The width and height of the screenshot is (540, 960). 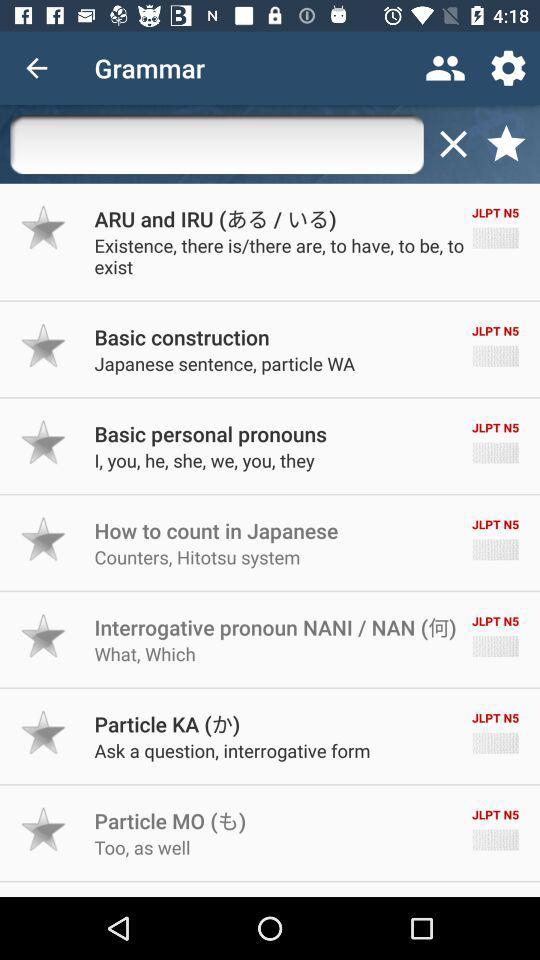 What do you see at coordinates (505, 143) in the screenshot?
I see `bookmark` at bounding box center [505, 143].